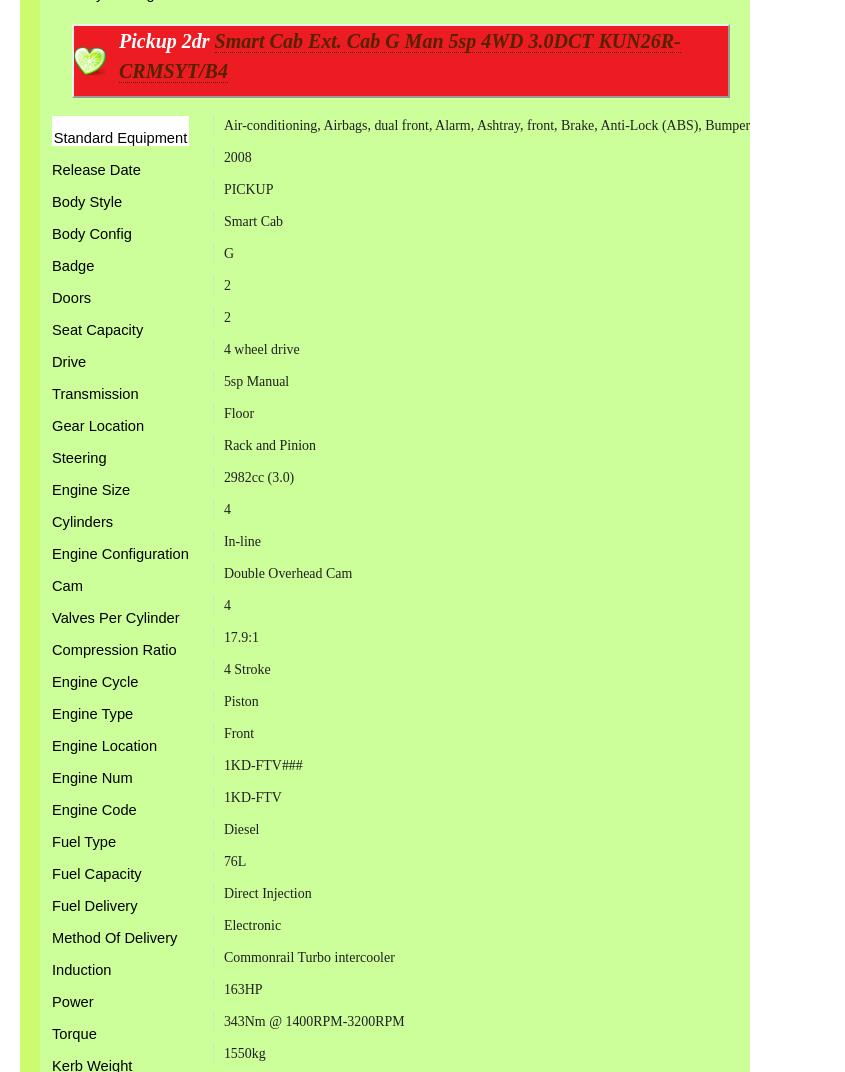  What do you see at coordinates (94, 905) in the screenshot?
I see `'Fuel Delivery'` at bounding box center [94, 905].